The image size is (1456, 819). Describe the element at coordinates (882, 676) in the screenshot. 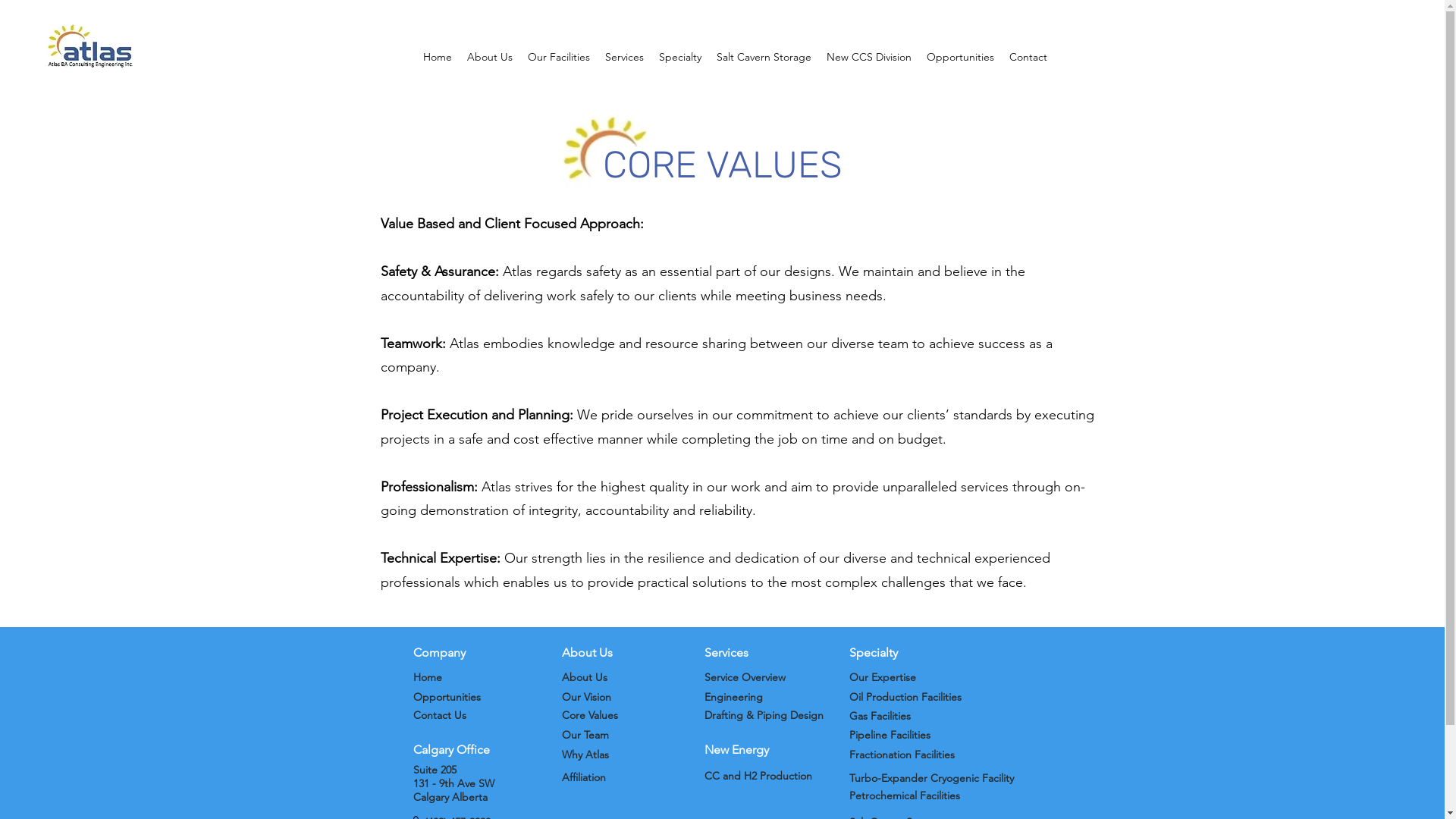

I see `'Our Expertise'` at that location.